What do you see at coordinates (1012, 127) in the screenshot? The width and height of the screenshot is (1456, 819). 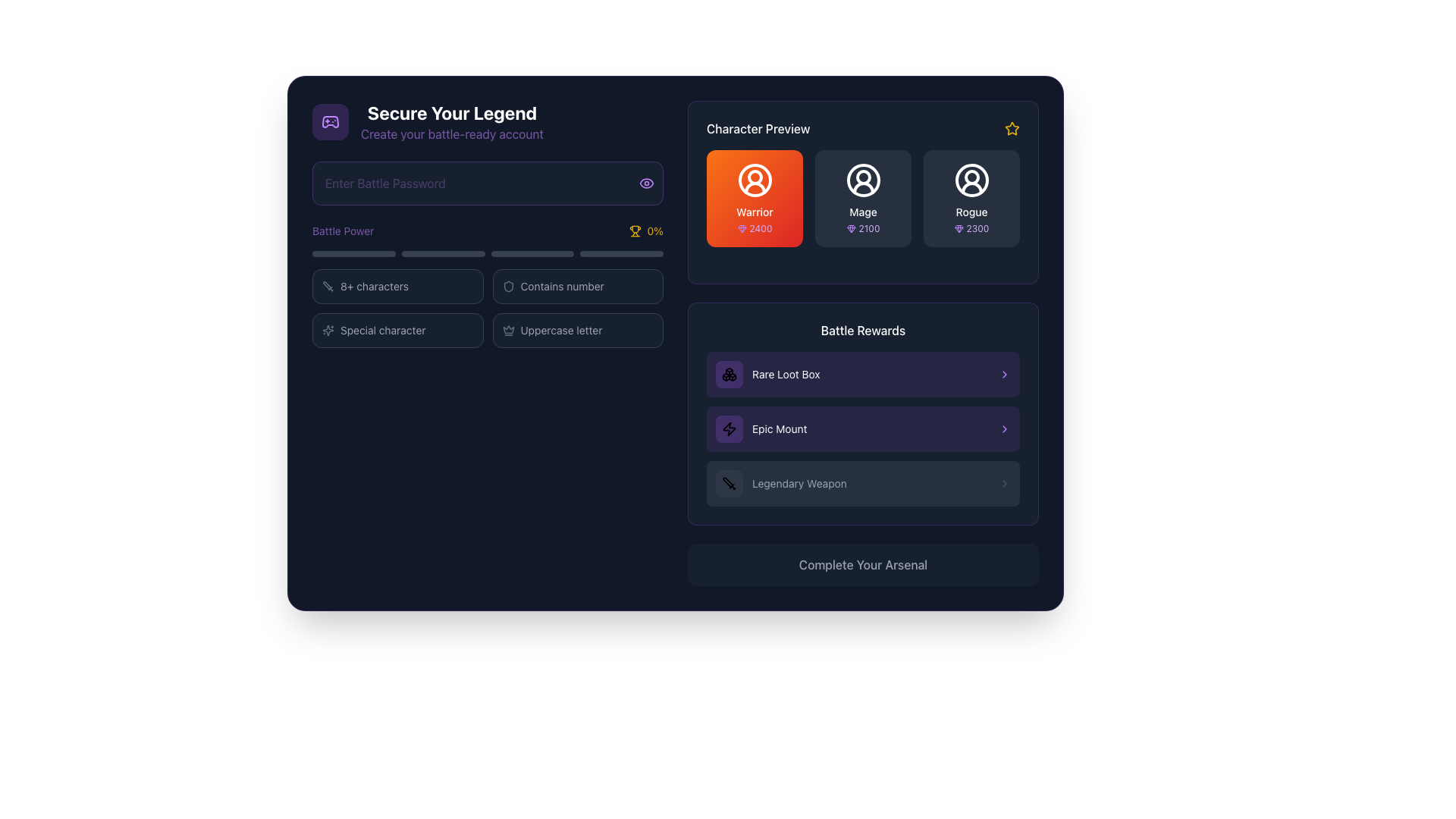 I see `the star icon with a yellow outline located at the top-right corner of the 'Character Preview' section to interact with it` at bounding box center [1012, 127].